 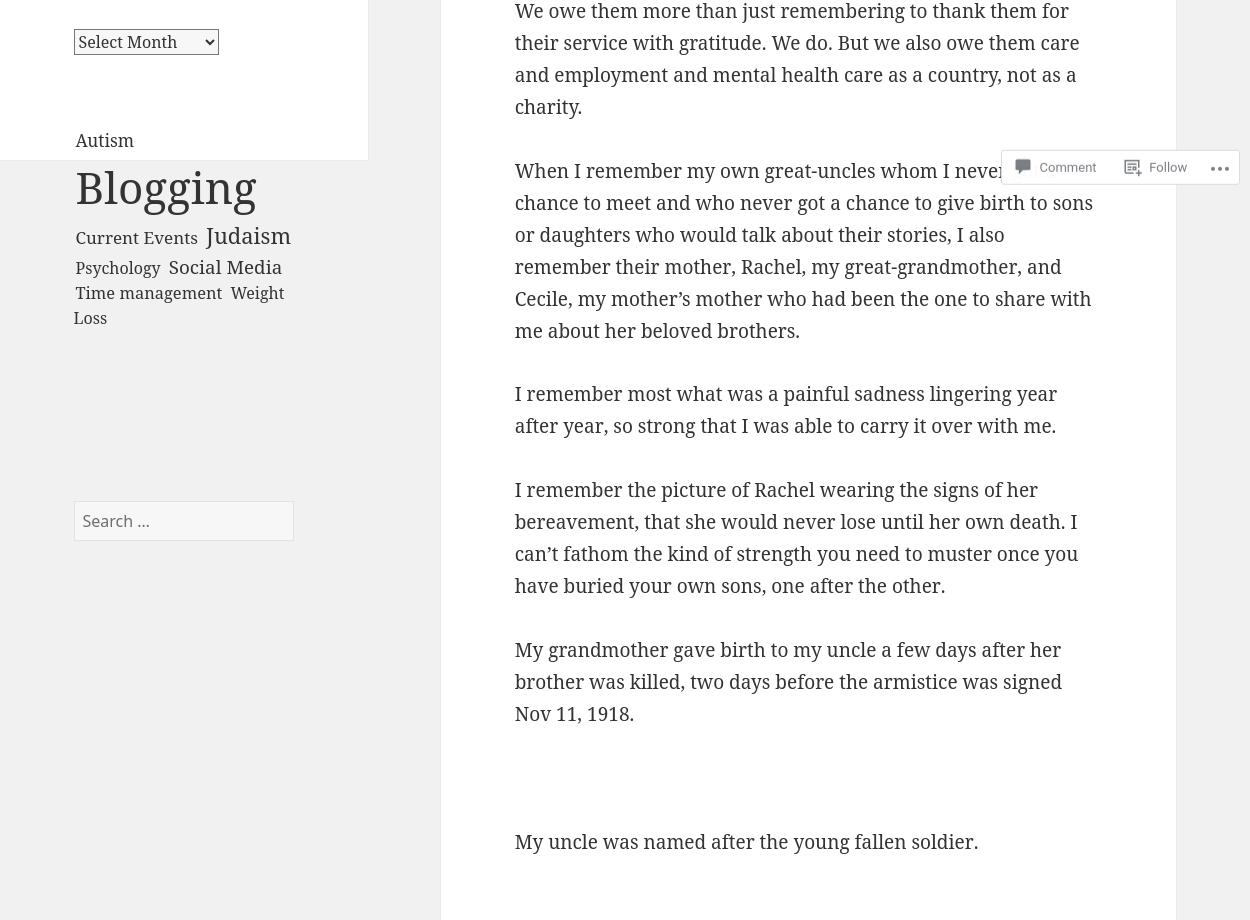 I want to click on 'Current Events', so click(x=74, y=236).